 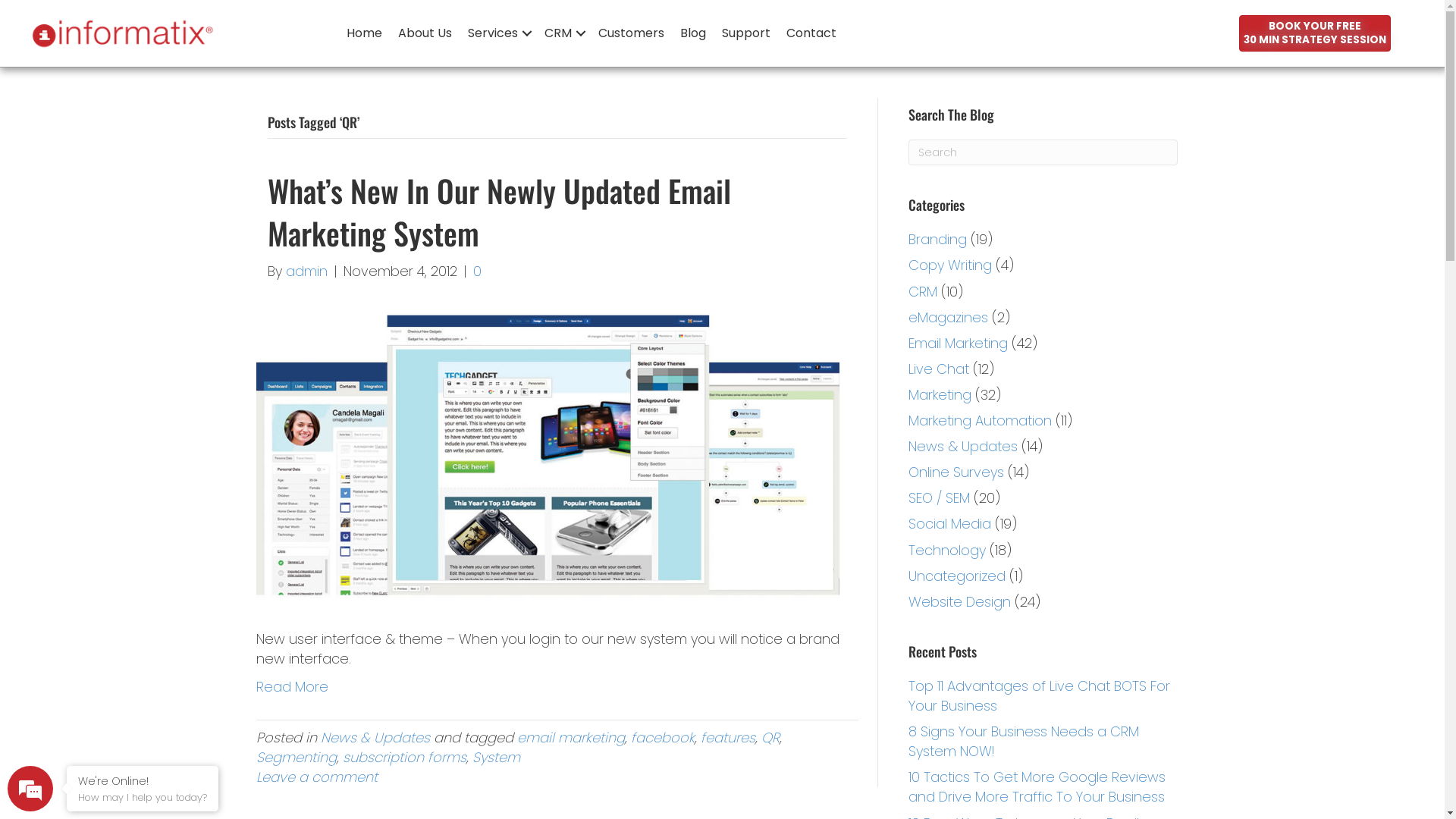 What do you see at coordinates (949, 264) in the screenshot?
I see `'Copy Writing'` at bounding box center [949, 264].